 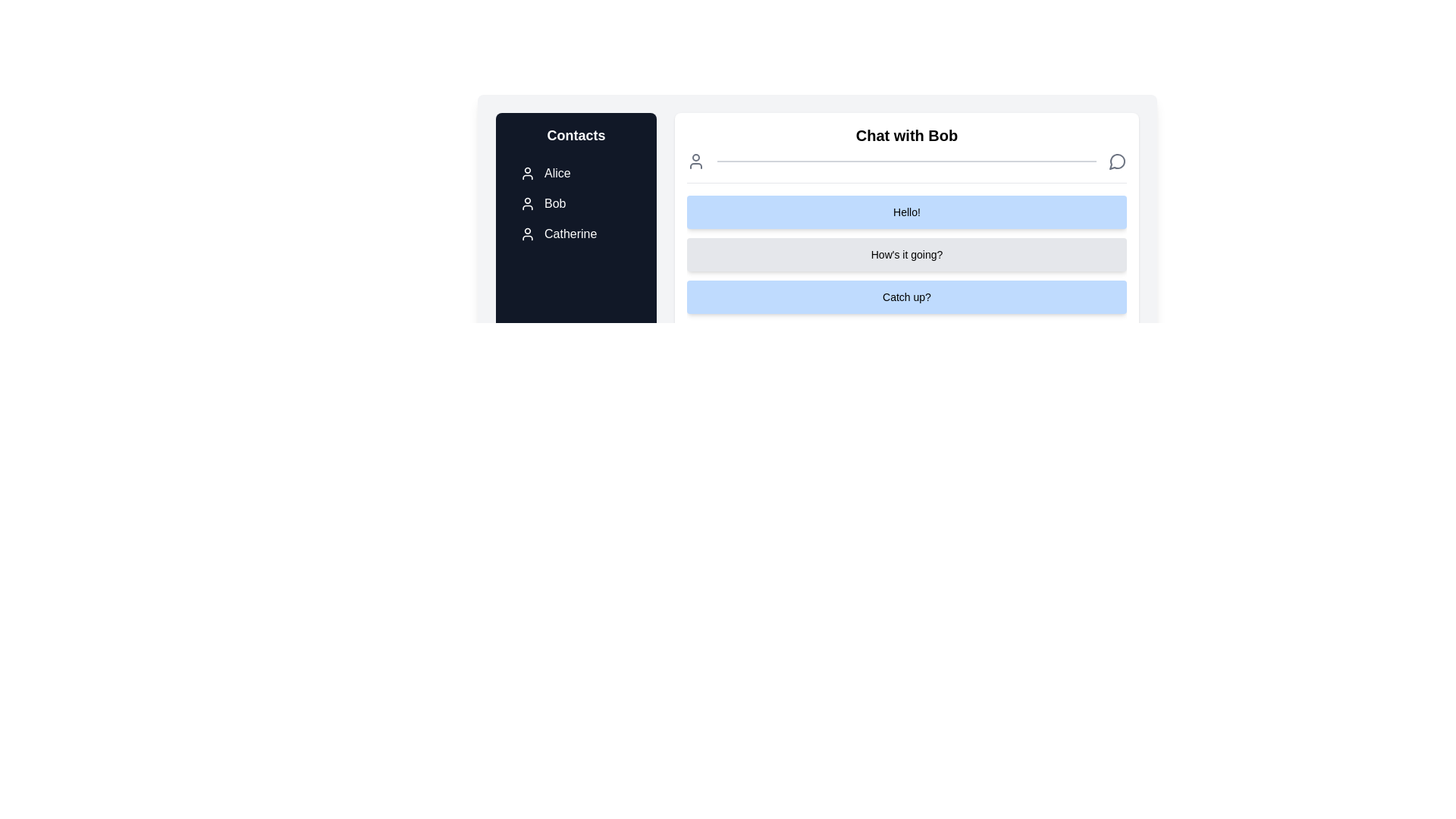 What do you see at coordinates (906, 297) in the screenshot?
I see `the light blue chat message bubble containing the text 'Catch up?' in the chat interface titled 'Chat with Bob'` at bounding box center [906, 297].